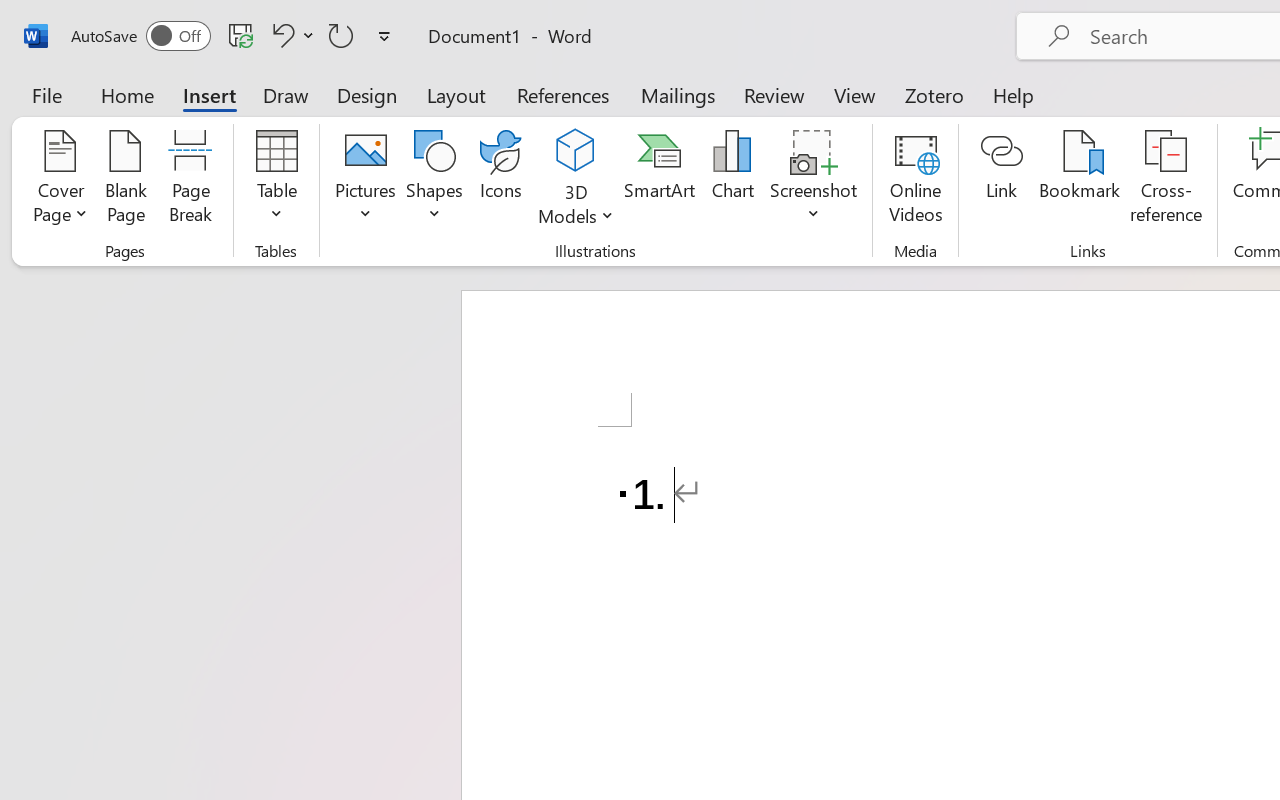 This screenshot has height=800, width=1280. What do you see at coordinates (1078, 179) in the screenshot?
I see `'Bookmark...'` at bounding box center [1078, 179].